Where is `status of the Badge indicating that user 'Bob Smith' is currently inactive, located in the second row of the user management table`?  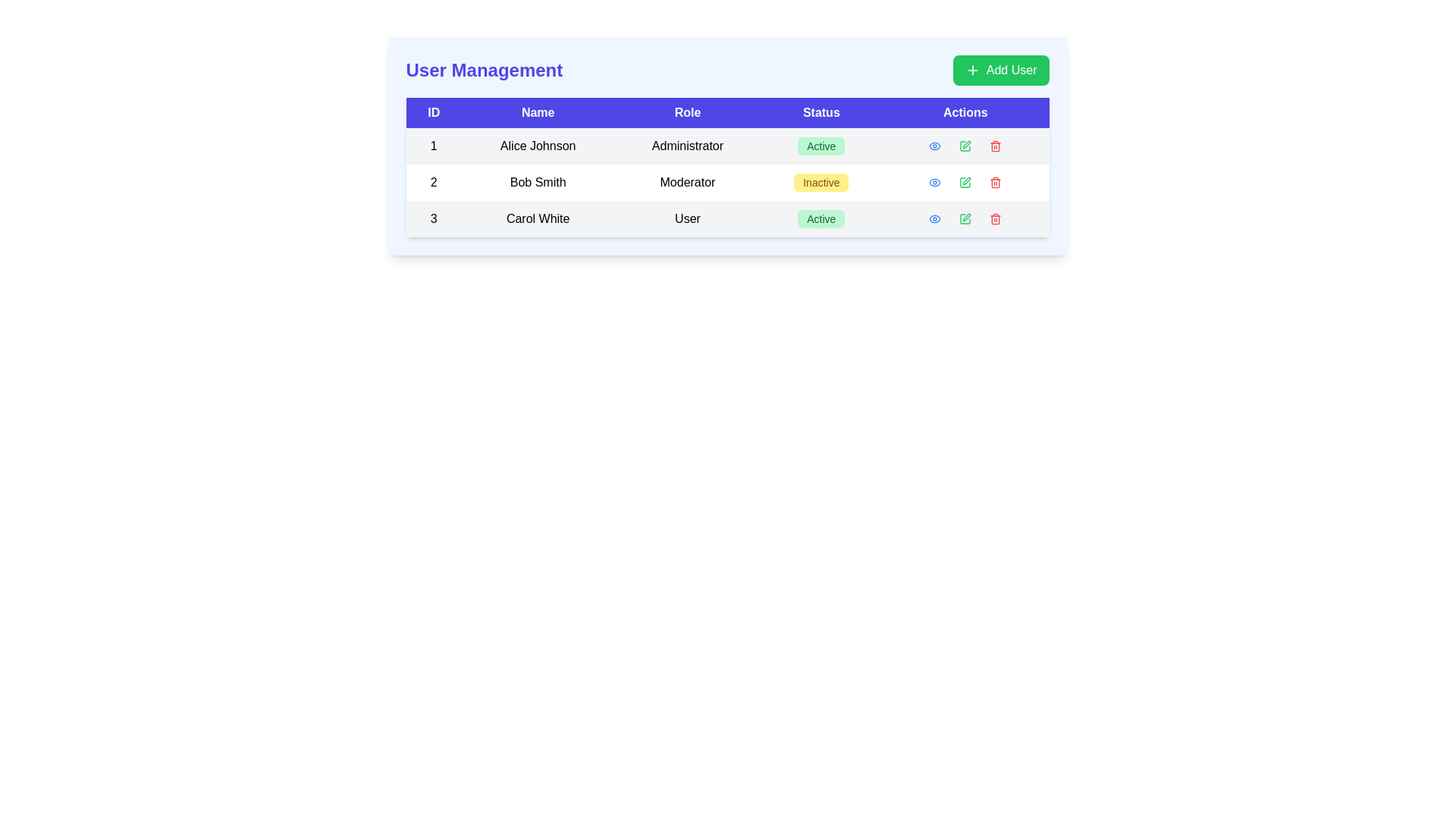
status of the Badge indicating that user 'Bob Smith' is currently inactive, located in the second row of the user management table is located at coordinates (821, 181).